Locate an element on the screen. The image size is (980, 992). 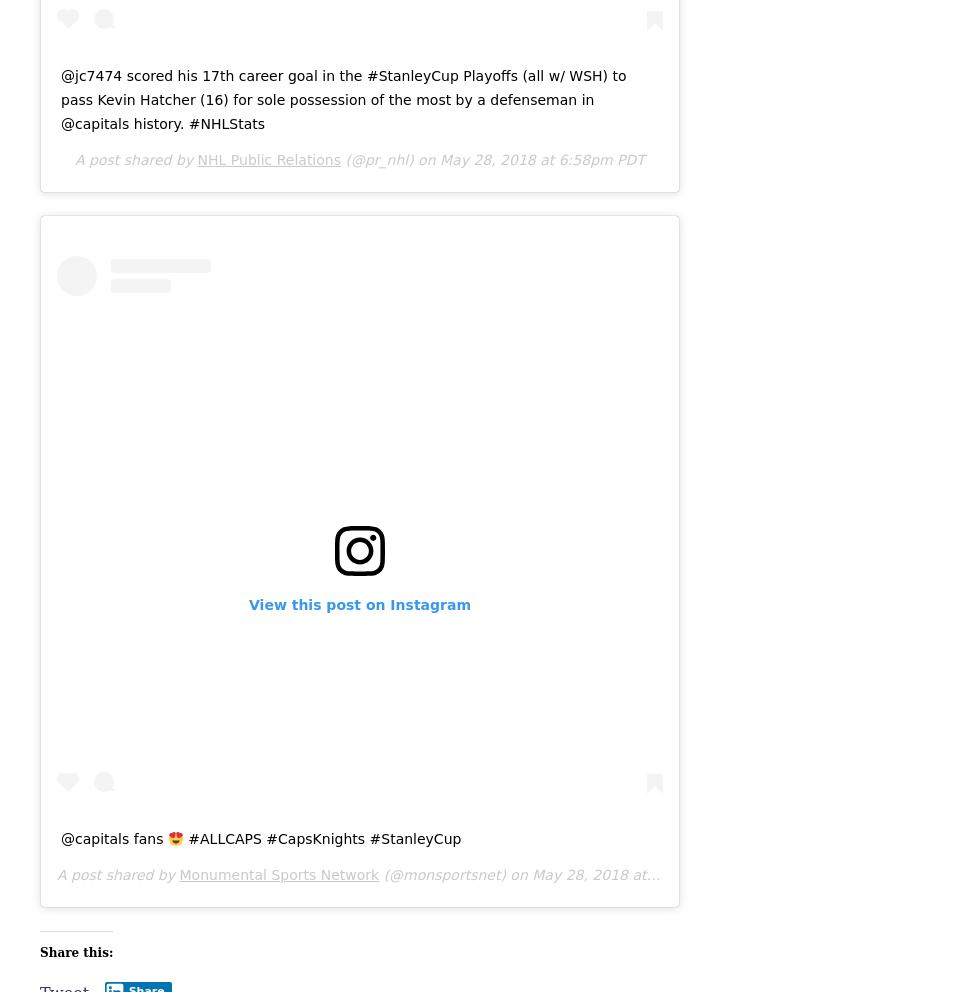
'@jc7474 scored his 17th career goal in the #StanleyCup Playoffs (all w/ WSH) to pass Kevin Hatcher (16) for sole possession of the most by a defenseman in @capitals history. #NHLStats' is located at coordinates (343, 98).